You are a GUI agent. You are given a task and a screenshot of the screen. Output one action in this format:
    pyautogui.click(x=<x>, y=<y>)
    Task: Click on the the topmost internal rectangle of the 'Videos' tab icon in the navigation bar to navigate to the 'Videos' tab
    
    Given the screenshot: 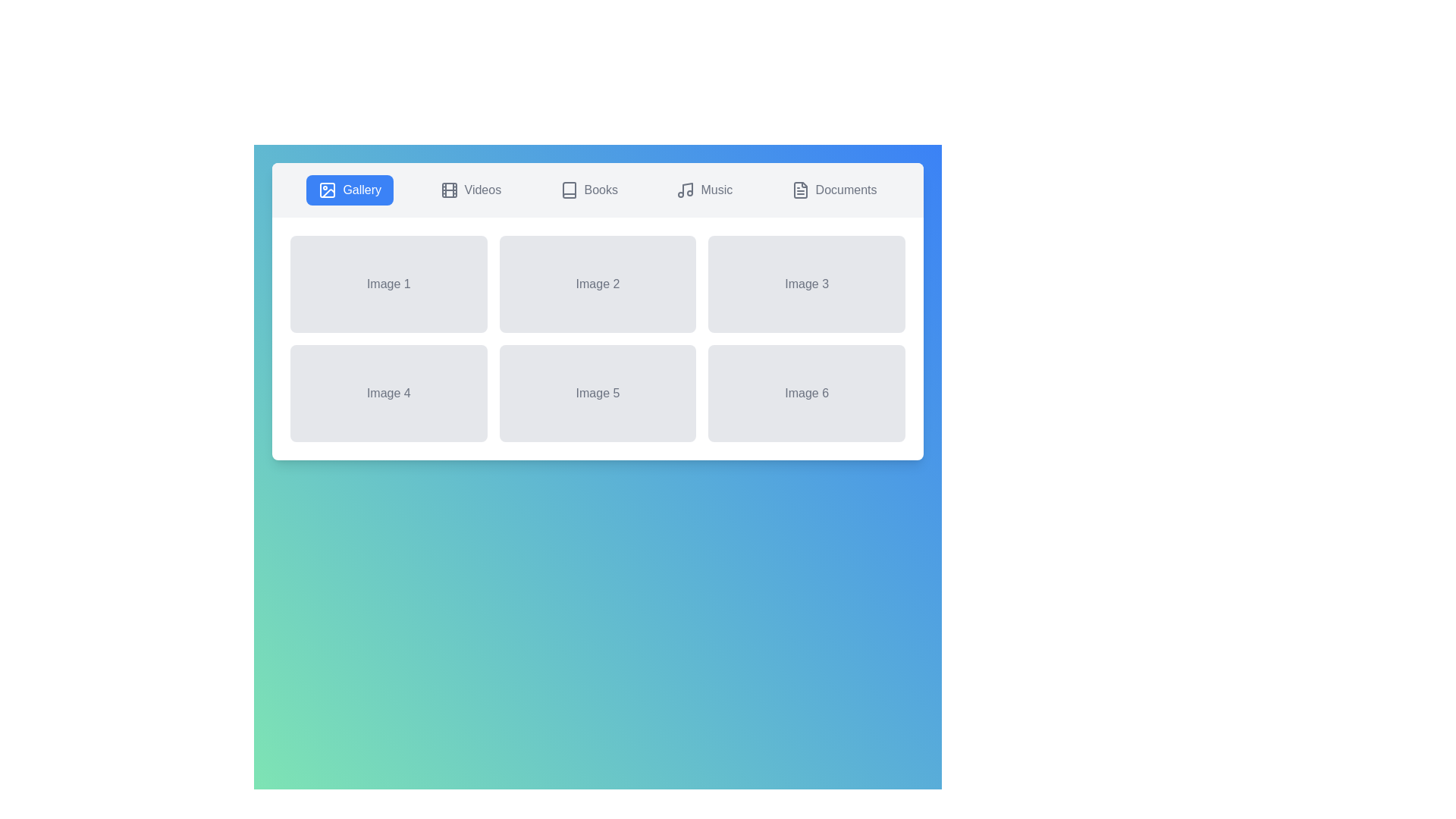 What is the action you would take?
    pyautogui.click(x=448, y=189)
    